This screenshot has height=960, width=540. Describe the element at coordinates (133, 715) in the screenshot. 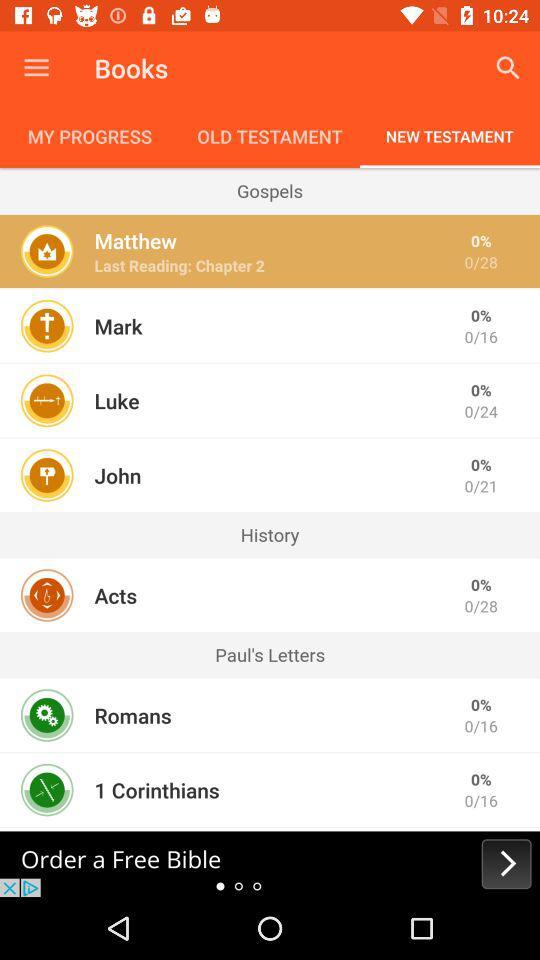

I see `the romans` at that location.